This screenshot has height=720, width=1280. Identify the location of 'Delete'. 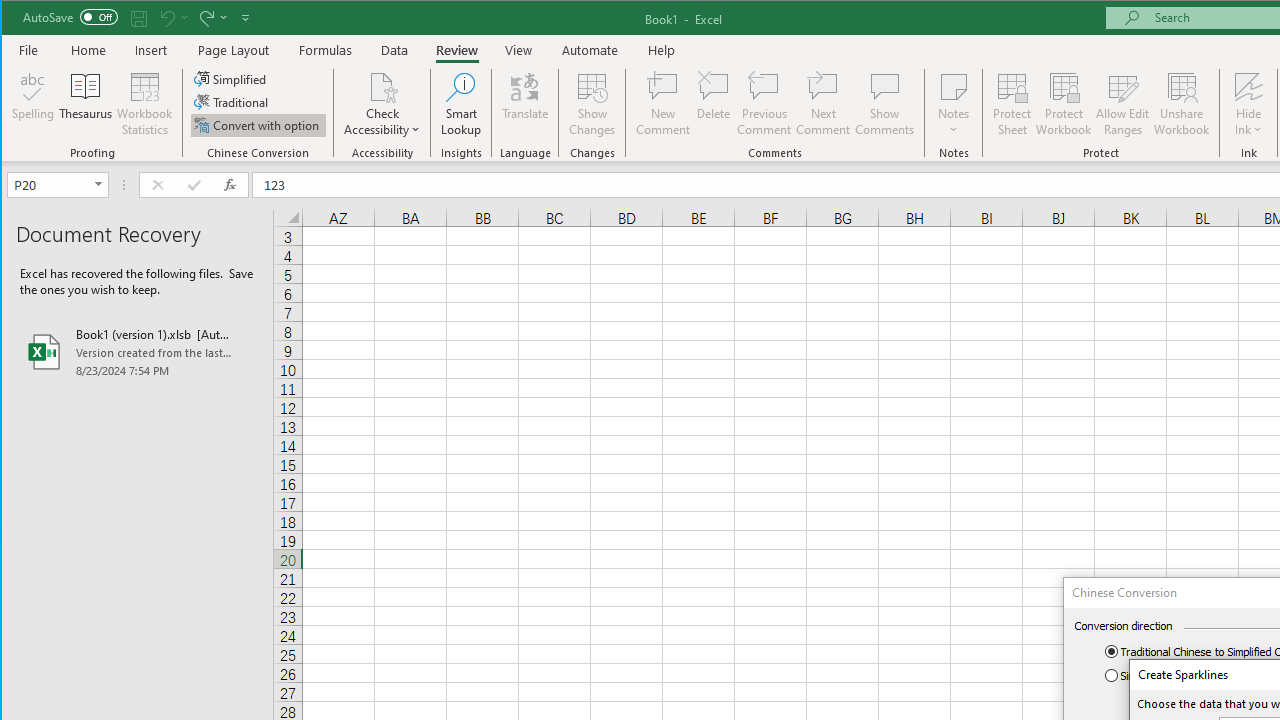
(713, 104).